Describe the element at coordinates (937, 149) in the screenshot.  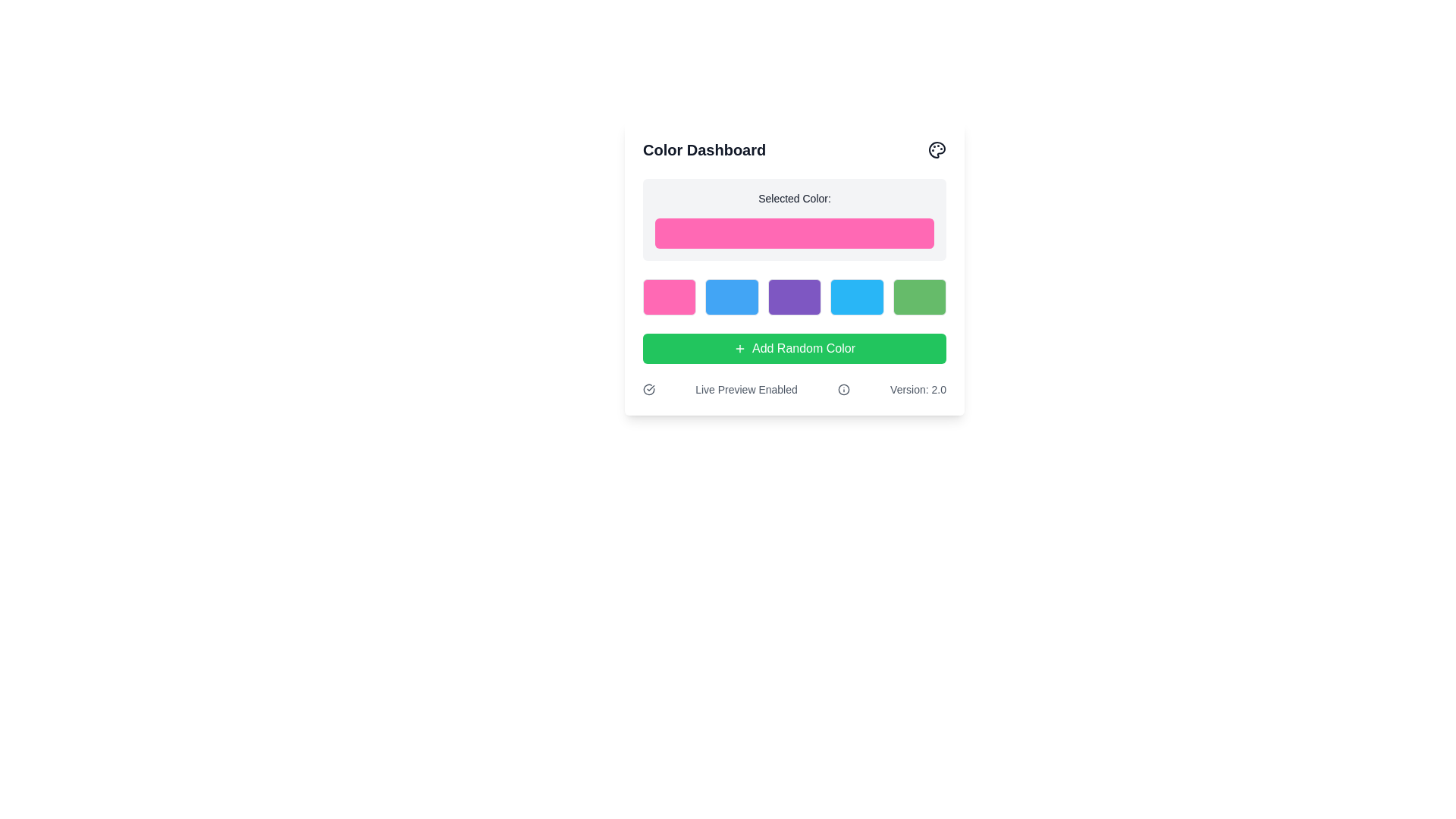
I see `the color palette icon located at the top-right corner of the 'Color Dashboard' card interface` at that location.